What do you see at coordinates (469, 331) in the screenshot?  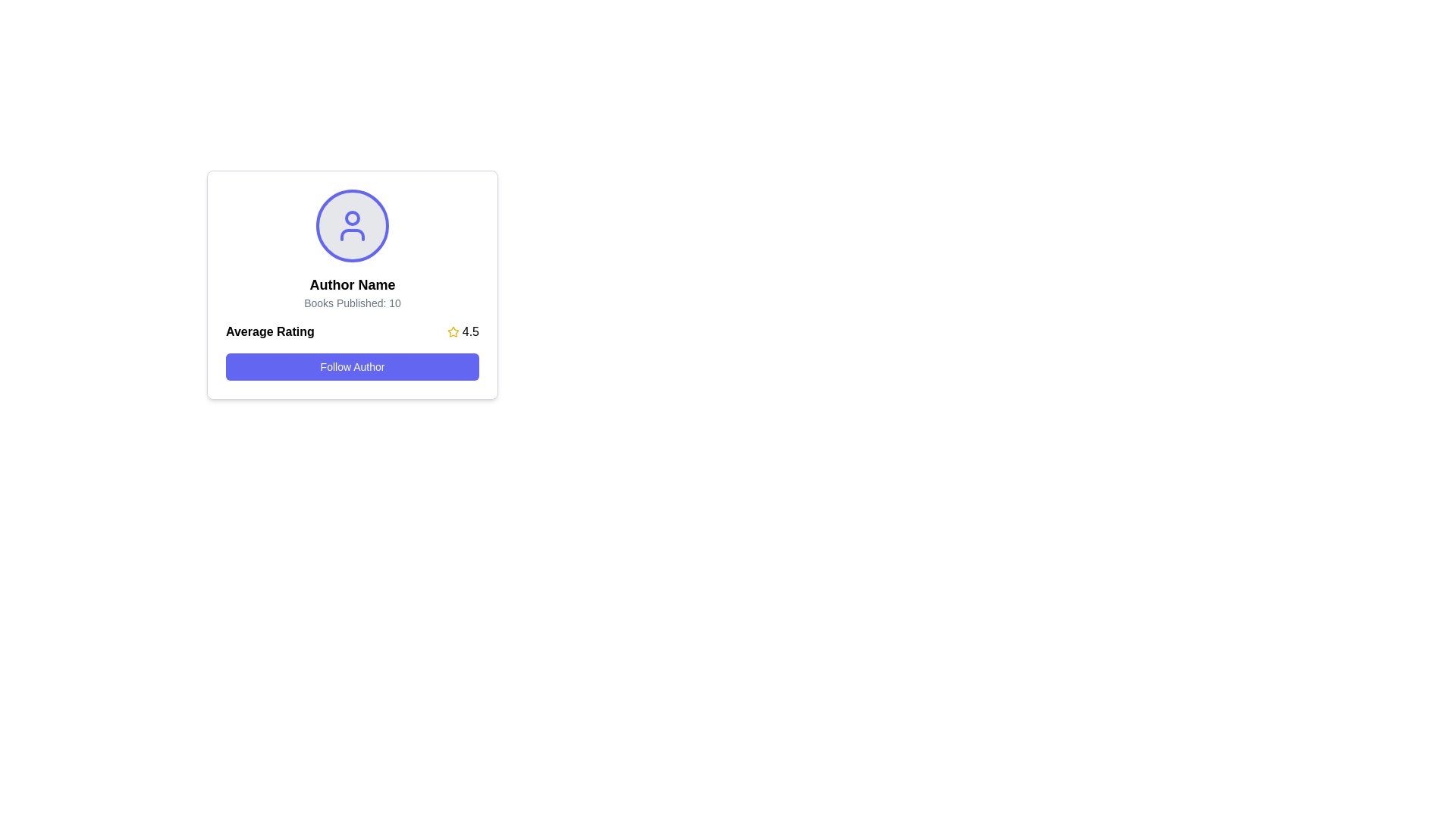 I see `the text element displaying the average rating, which is located to the right of the yellow star icon in the 'Average Rating' area` at bounding box center [469, 331].